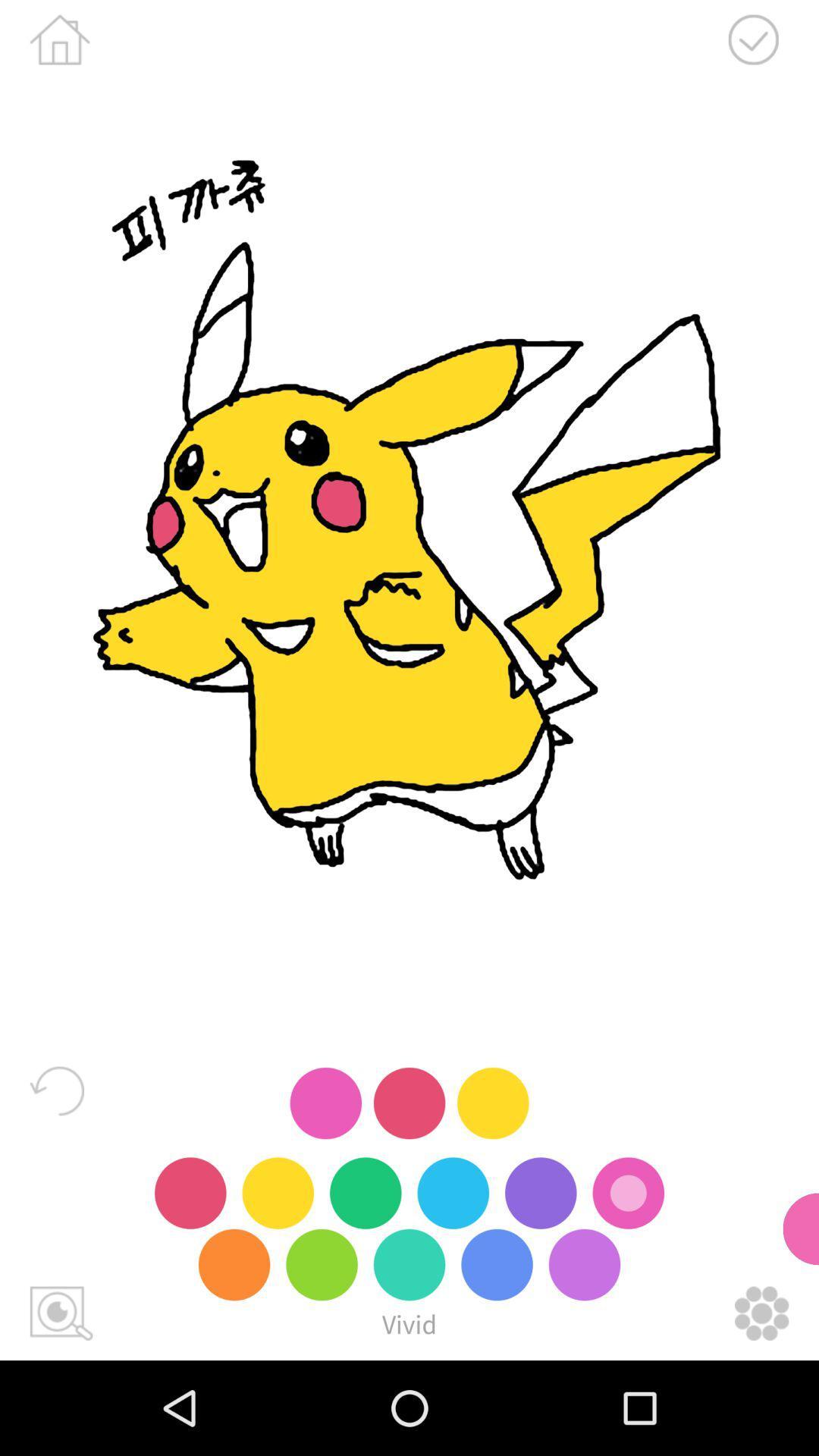 Image resolution: width=819 pixels, height=1456 pixels. I want to click on autofill drawing, so click(61, 1313).